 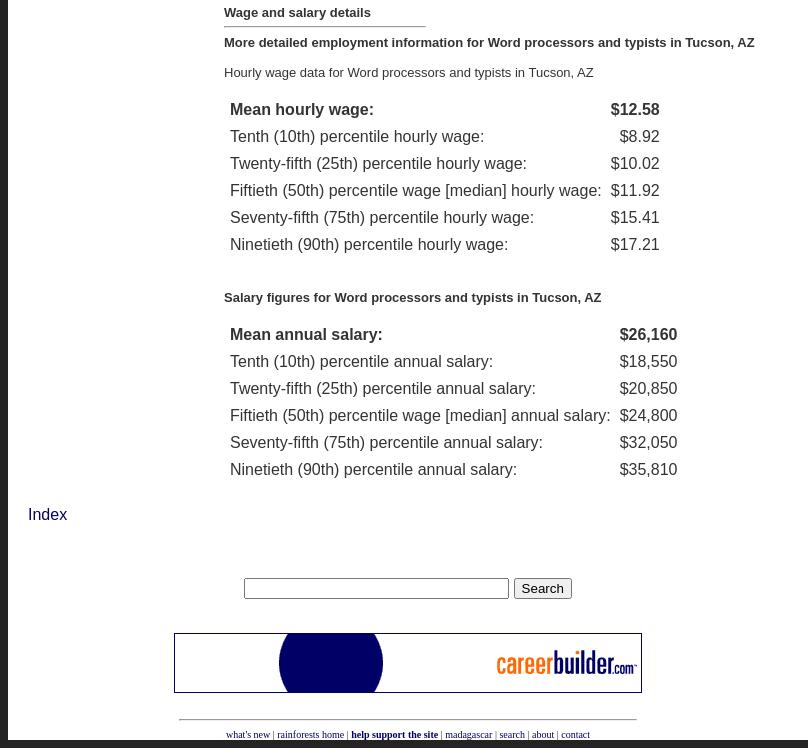 What do you see at coordinates (393, 732) in the screenshot?
I see `'help support the site'` at bounding box center [393, 732].